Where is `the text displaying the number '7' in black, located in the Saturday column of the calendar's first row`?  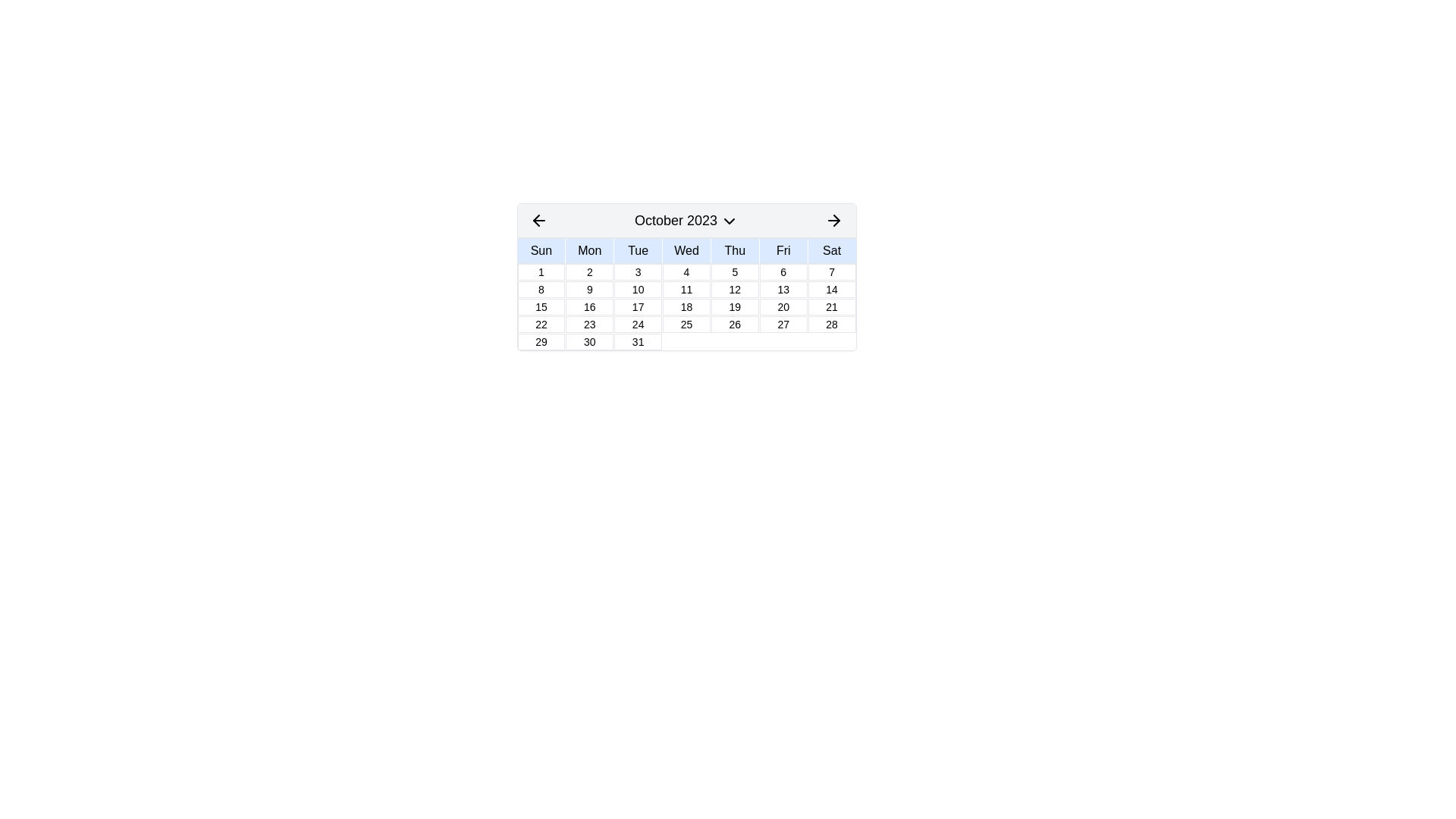
the text displaying the number '7' in black, located in the Saturday column of the calendar's first row is located at coordinates (831, 271).